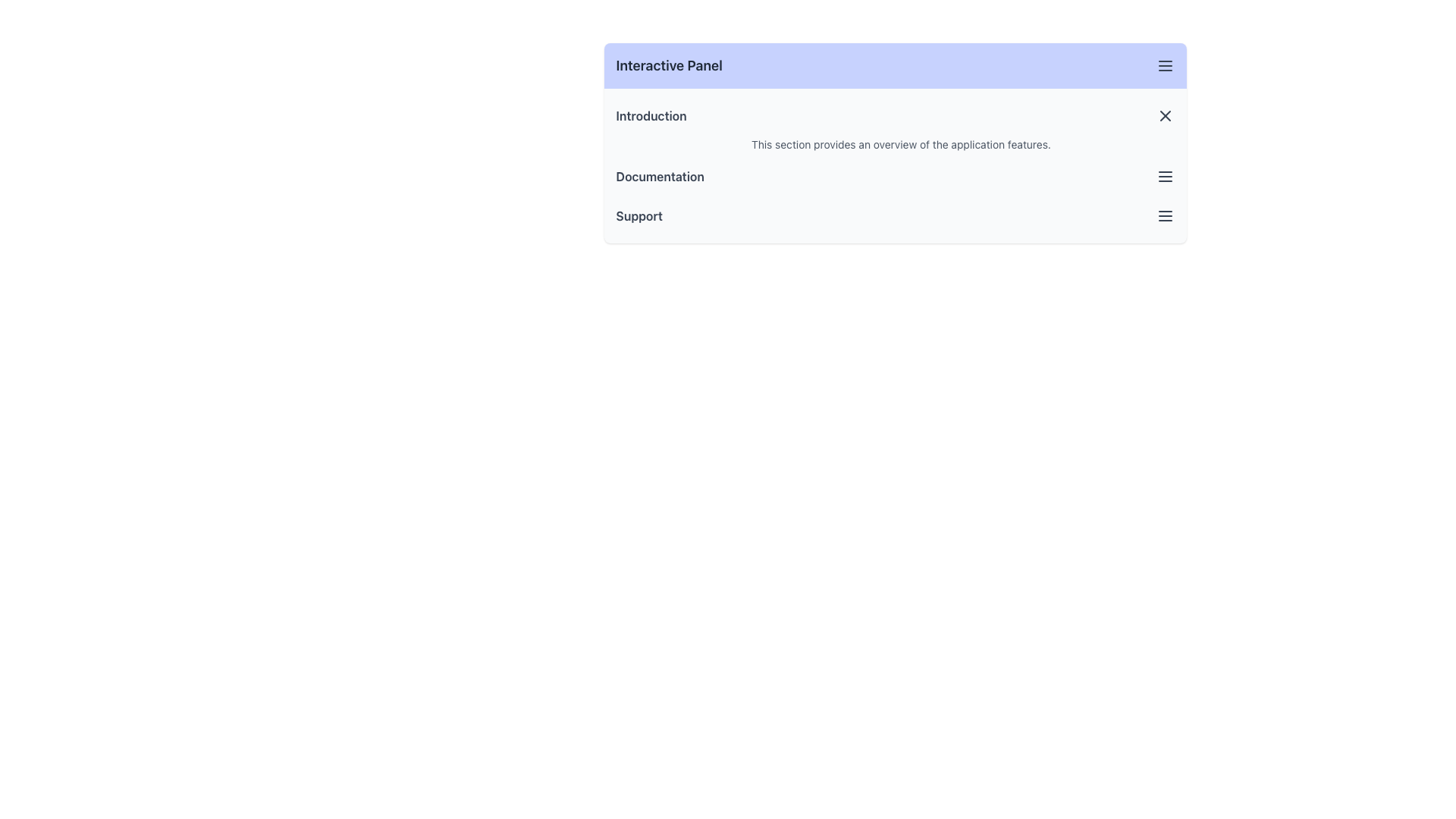 The width and height of the screenshot is (1456, 819). What do you see at coordinates (1164, 115) in the screenshot?
I see `the 'X' icon button located at the far right of the 'Introduction' panel` at bounding box center [1164, 115].